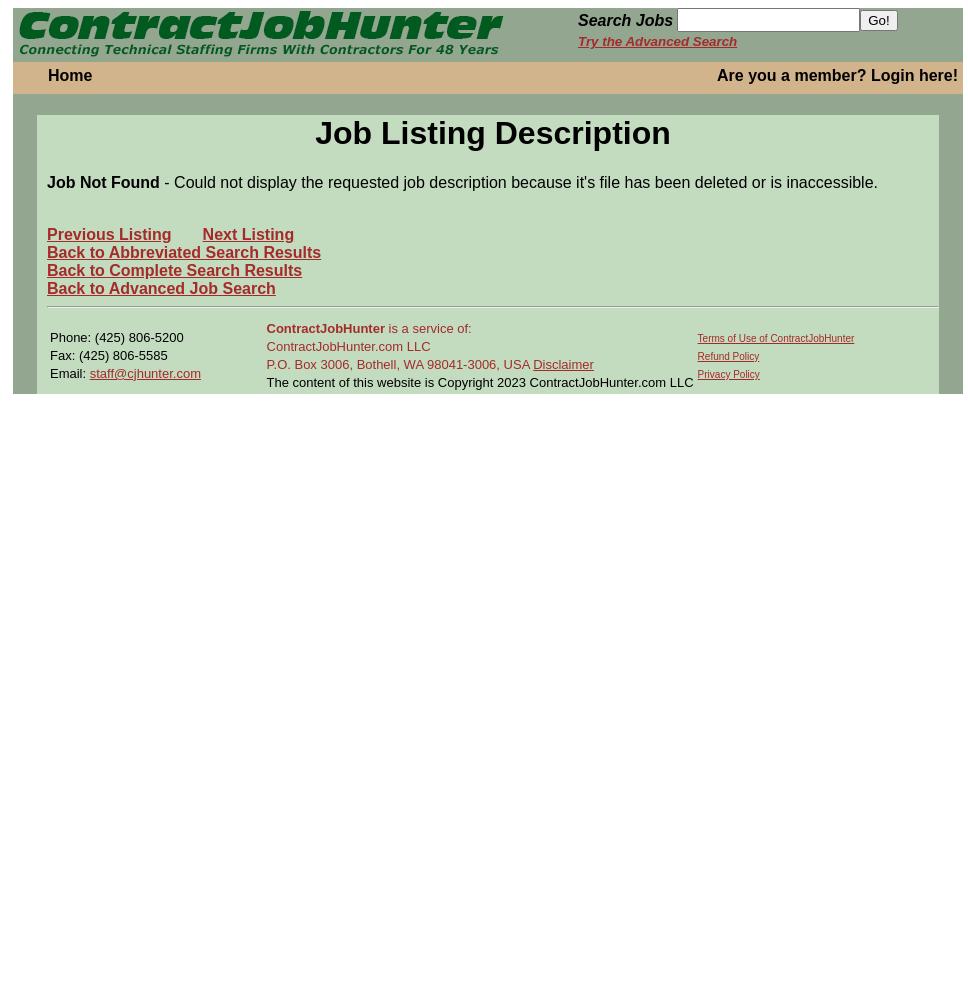 The height and width of the screenshot is (1000, 968). I want to click on 'Previous Listing', so click(108, 232).